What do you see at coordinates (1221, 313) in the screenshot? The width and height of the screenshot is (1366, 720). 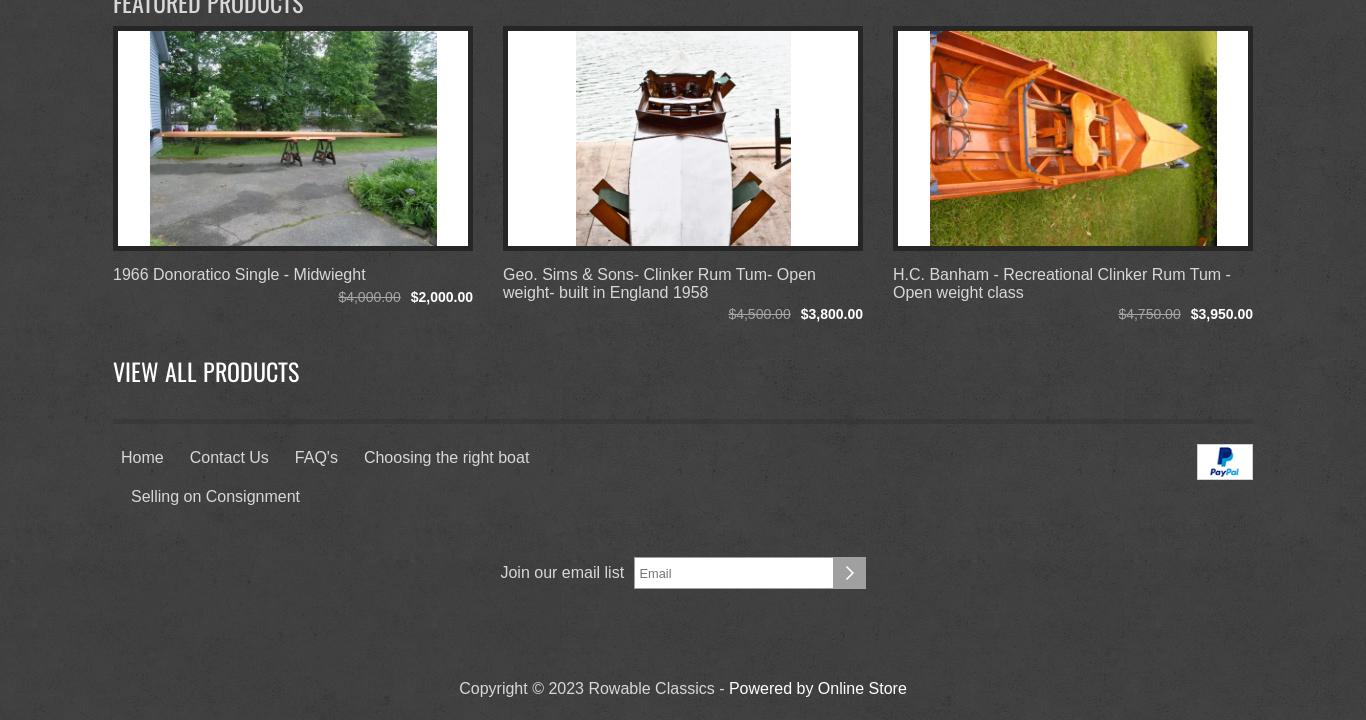 I see `'$3,950.00'` at bounding box center [1221, 313].